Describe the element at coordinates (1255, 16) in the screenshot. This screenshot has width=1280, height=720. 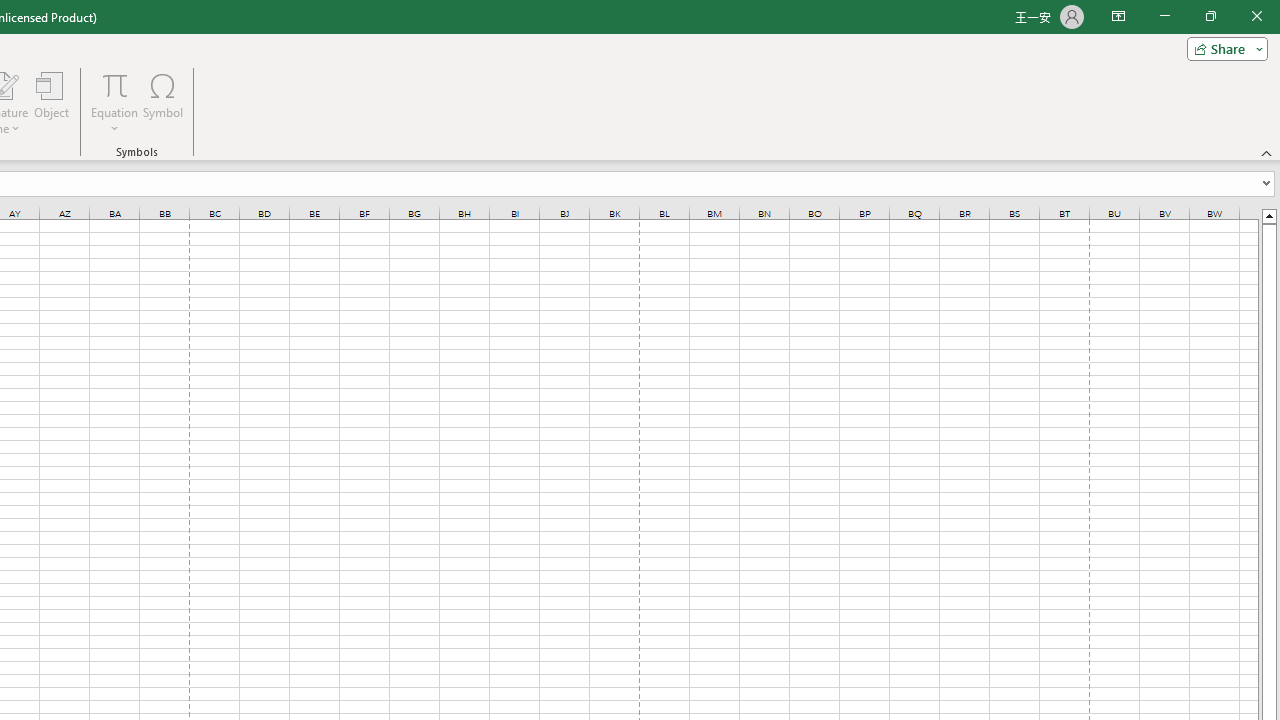
I see `'Close'` at that location.